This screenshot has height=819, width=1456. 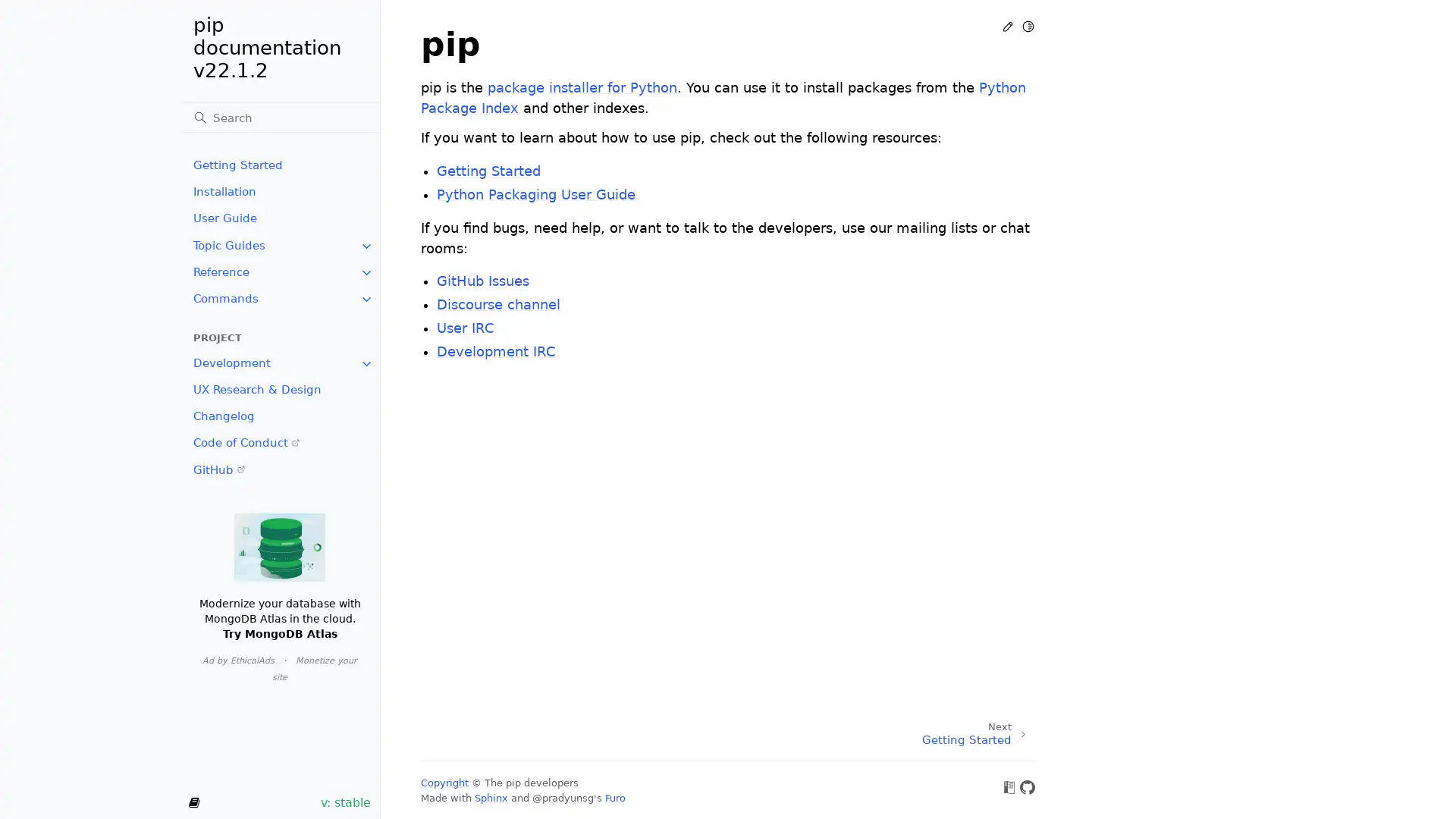 What do you see at coordinates (1028, 26) in the screenshot?
I see `Toggle Light / Dark / Auto color theme` at bounding box center [1028, 26].